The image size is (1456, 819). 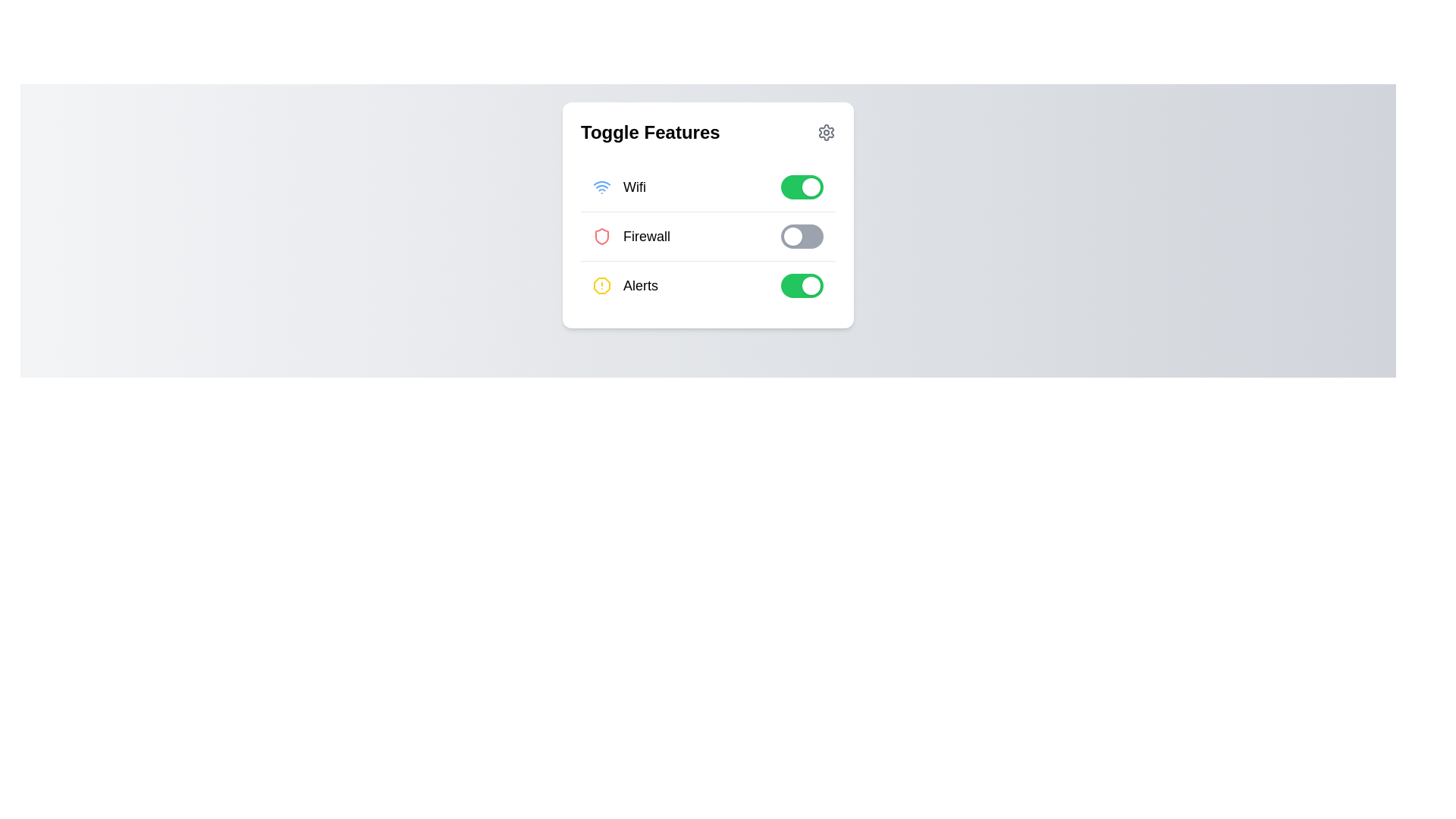 What do you see at coordinates (825, 131) in the screenshot?
I see `the settings icon button shaped like a circular gear located in the upper-right corner of the header section, next to the 'Toggle Features' text` at bounding box center [825, 131].